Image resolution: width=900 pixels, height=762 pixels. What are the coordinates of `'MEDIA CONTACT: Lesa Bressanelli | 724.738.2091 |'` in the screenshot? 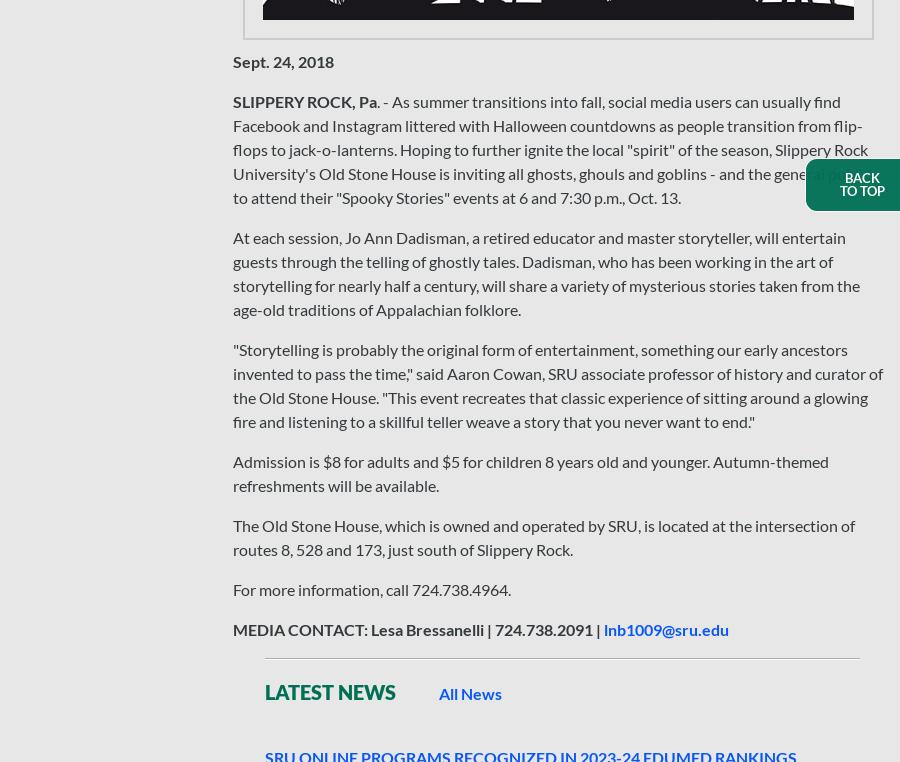 It's located at (418, 629).